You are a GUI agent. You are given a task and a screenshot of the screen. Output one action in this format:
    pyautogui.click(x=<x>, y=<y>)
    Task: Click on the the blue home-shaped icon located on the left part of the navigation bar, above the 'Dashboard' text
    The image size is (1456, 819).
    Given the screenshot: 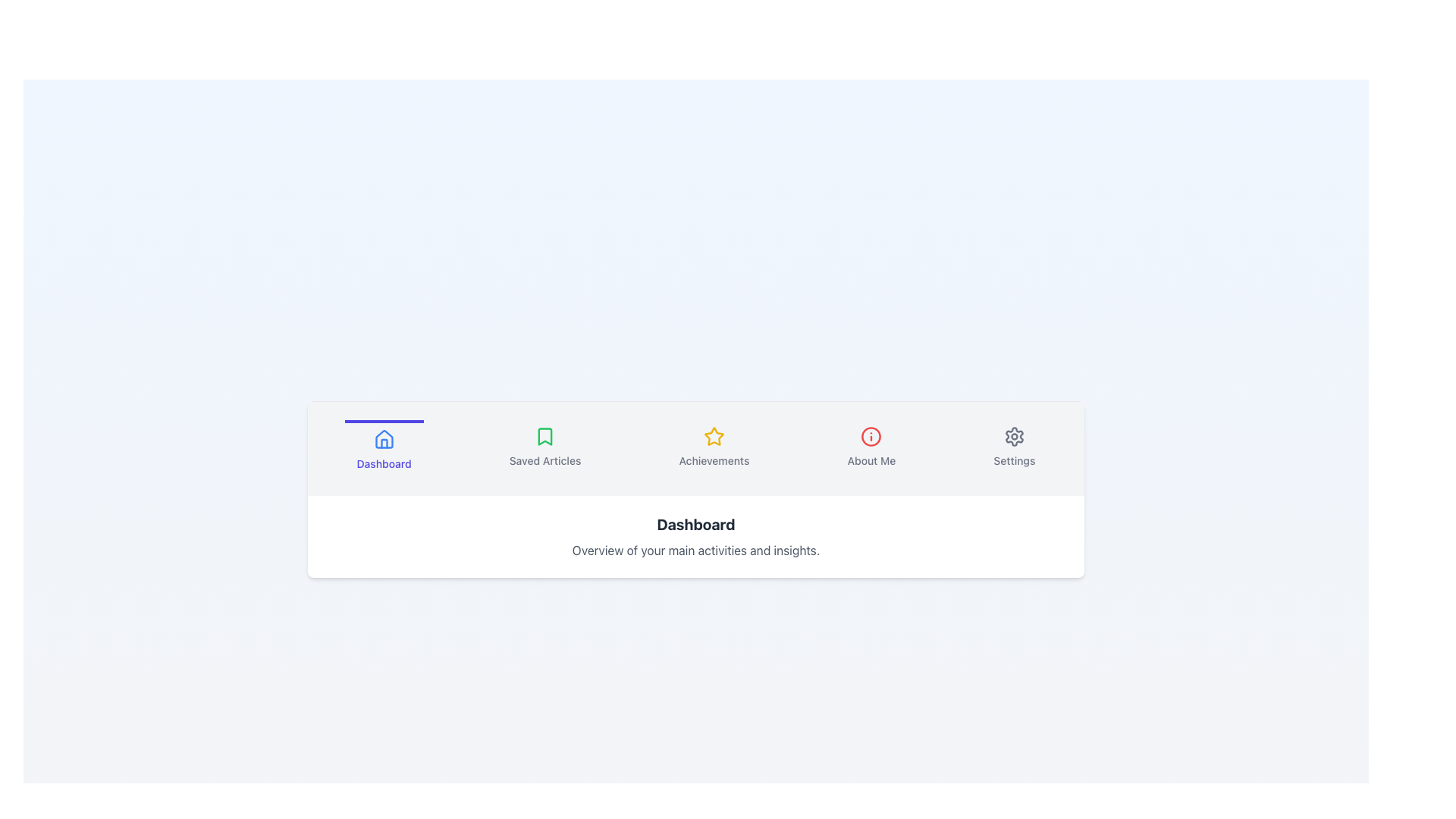 What is the action you would take?
    pyautogui.click(x=384, y=439)
    